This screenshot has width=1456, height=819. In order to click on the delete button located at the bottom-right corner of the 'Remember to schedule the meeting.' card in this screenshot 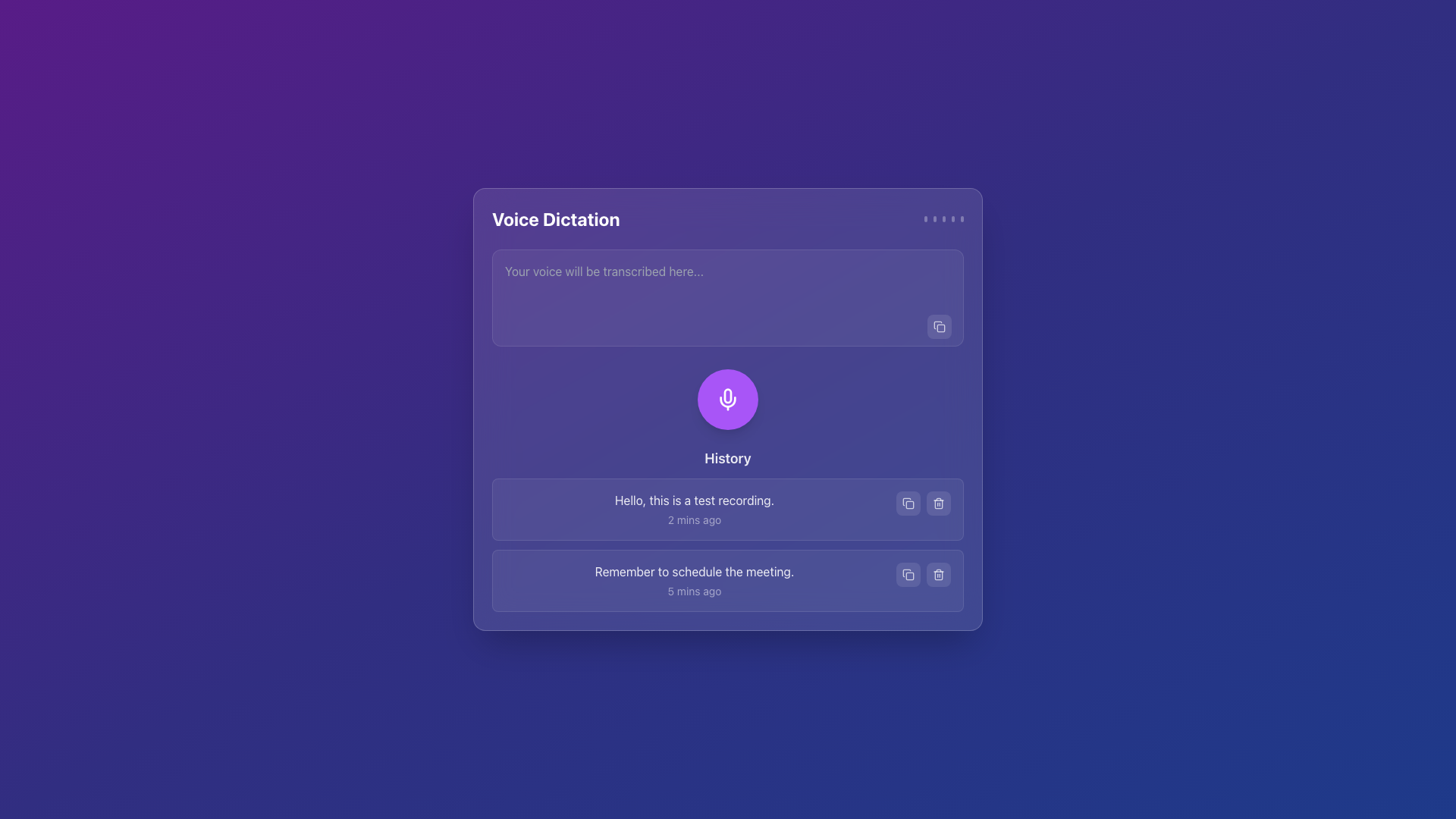, I will do `click(938, 575)`.